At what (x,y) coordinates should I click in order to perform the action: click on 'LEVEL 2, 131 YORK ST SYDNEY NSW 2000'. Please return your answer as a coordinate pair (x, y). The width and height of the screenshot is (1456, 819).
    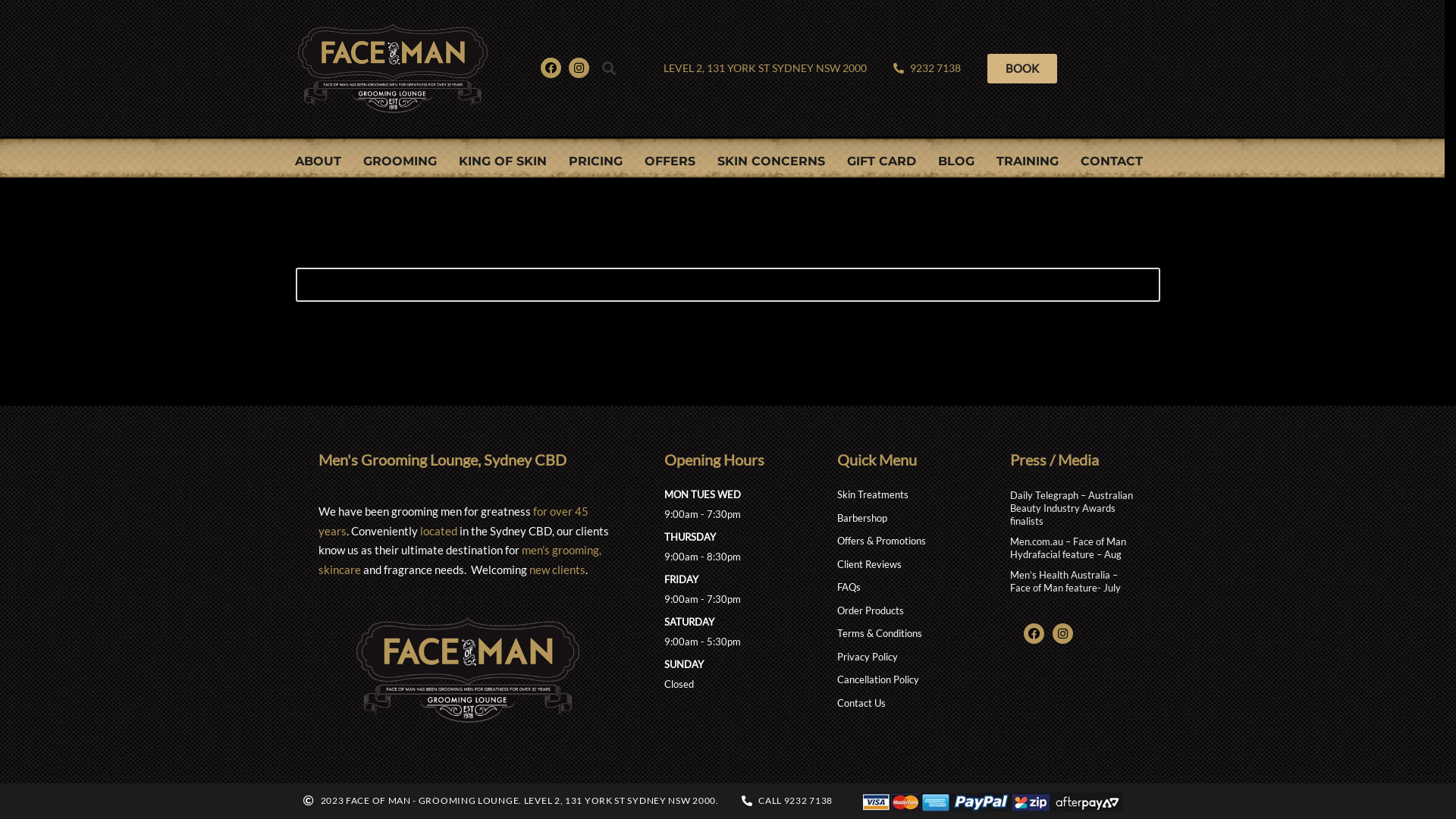
    Looking at the image, I should click on (764, 67).